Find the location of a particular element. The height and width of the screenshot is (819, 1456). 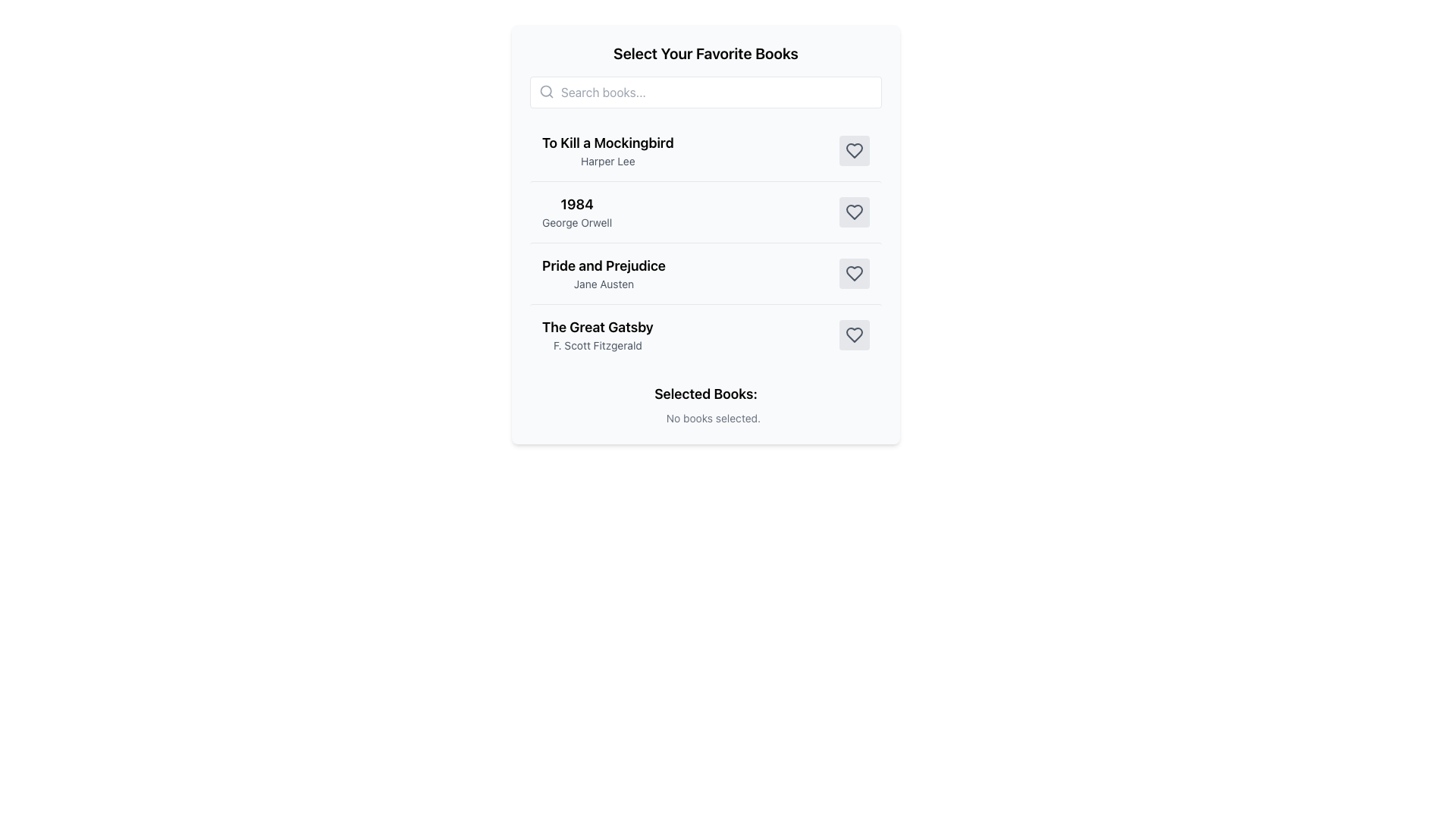

the Text label indicating that no books have been marked as selected by the user, positioned below the 'Selected Books:' text is located at coordinates (705, 418).